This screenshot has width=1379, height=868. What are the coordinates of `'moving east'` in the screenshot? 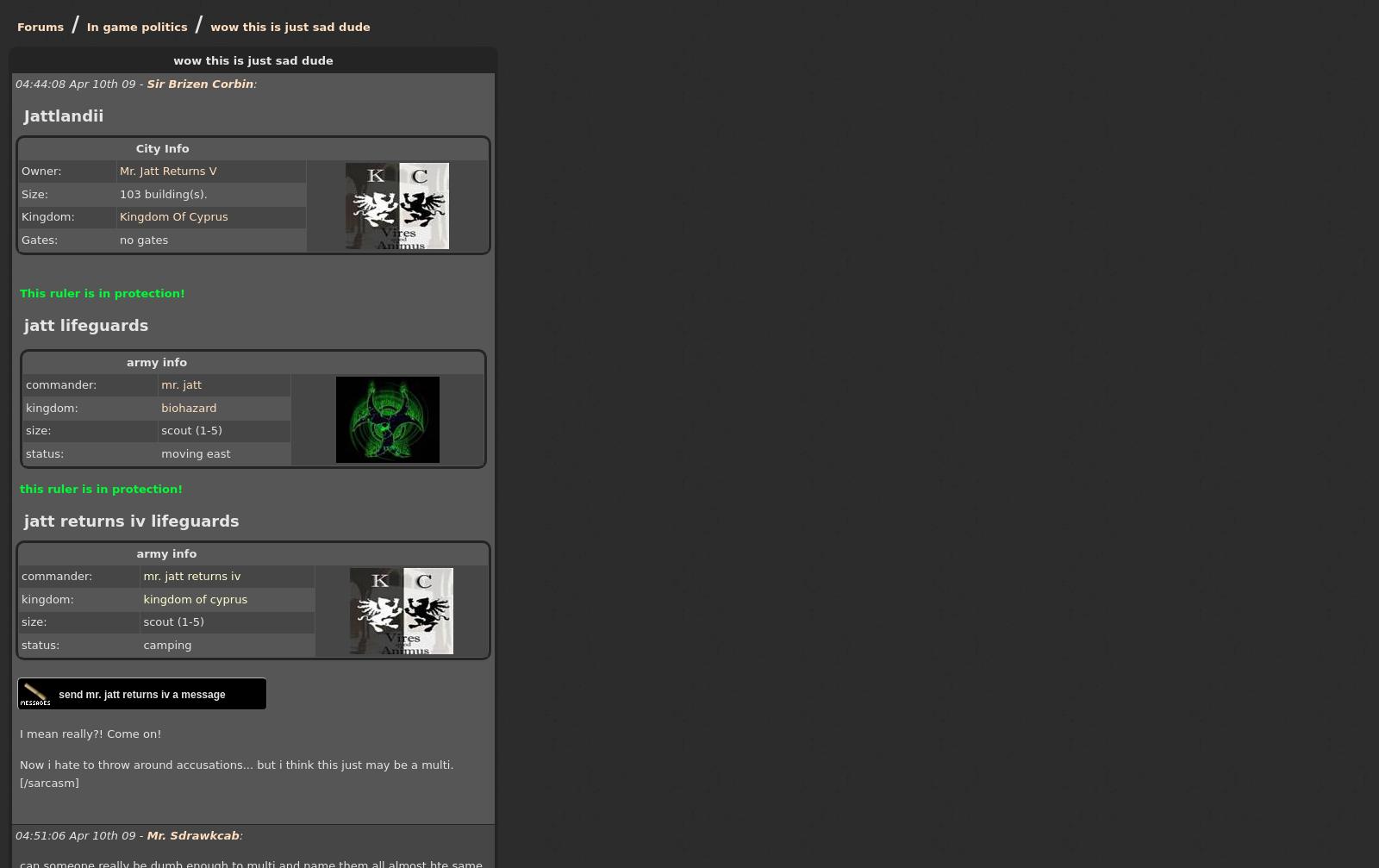 It's located at (196, 453).